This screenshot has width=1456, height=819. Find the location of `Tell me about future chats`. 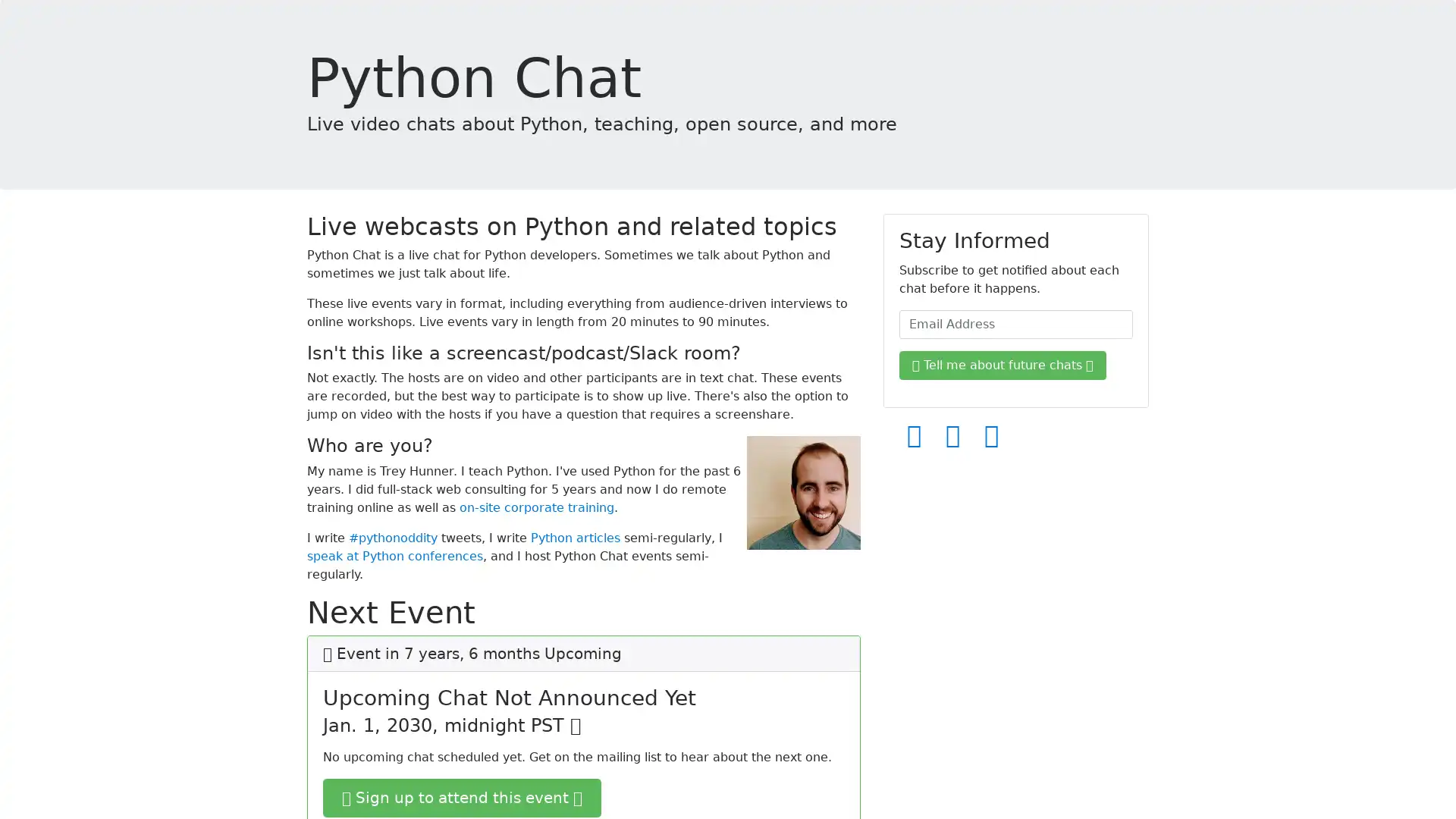

Tell me about future chats is located at coordinates (1003, 366).